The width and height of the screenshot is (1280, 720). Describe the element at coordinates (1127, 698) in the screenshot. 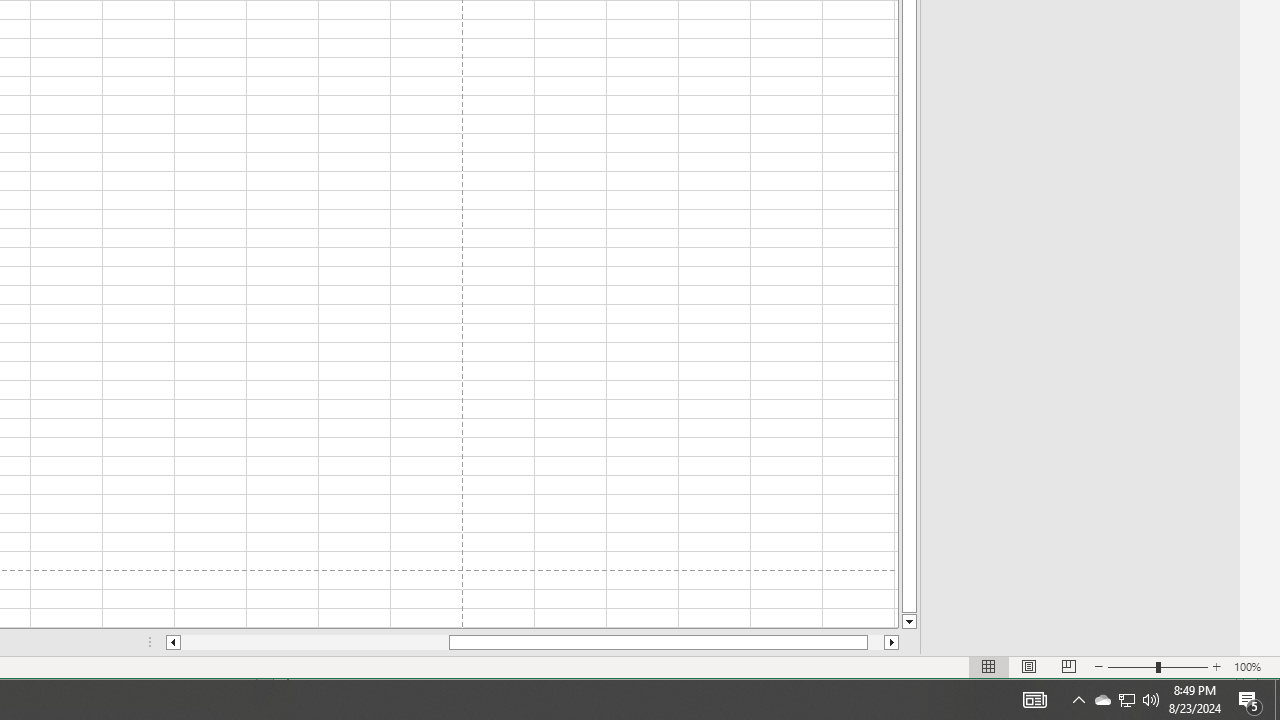

I see `'User Promoted Notification Area'` at that location.